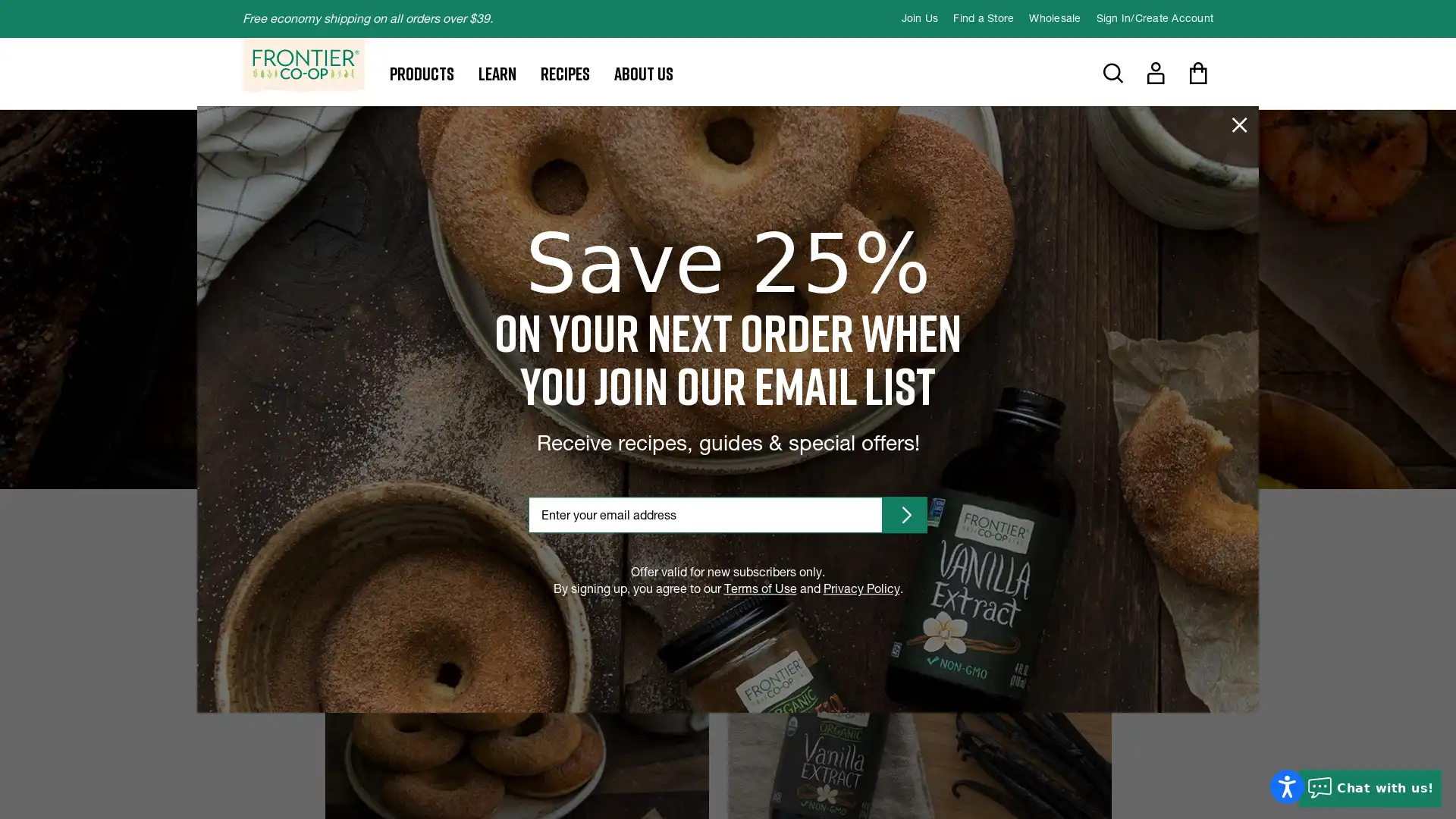 This screenshot has width=1456, height=819. Describe the element at coordinates (422, 73) in the screenshot. I see `Products` at that location.